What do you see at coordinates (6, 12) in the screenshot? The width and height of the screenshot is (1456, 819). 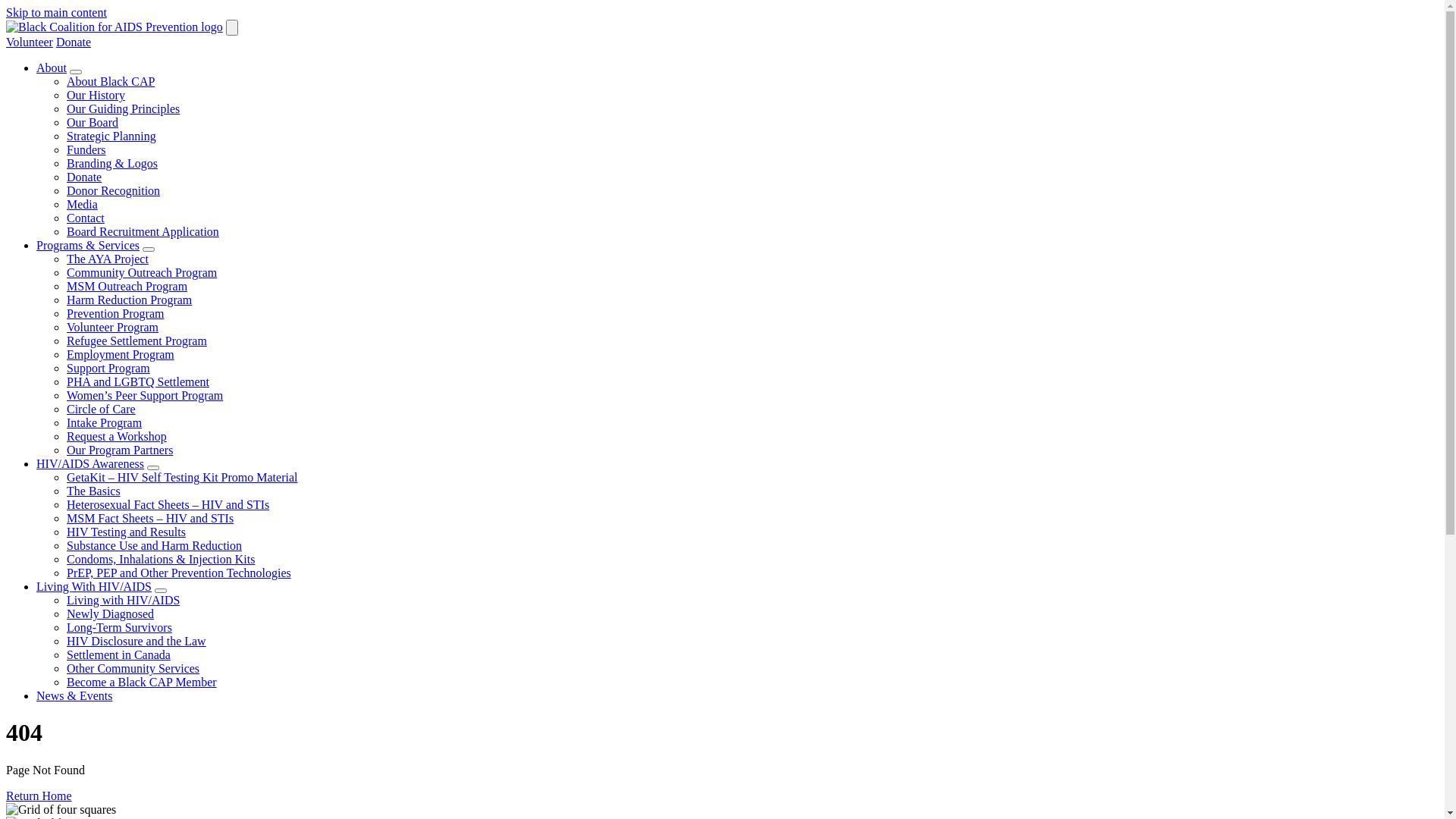 I see `'Skip to main content'` at bounding box center [6, 12].